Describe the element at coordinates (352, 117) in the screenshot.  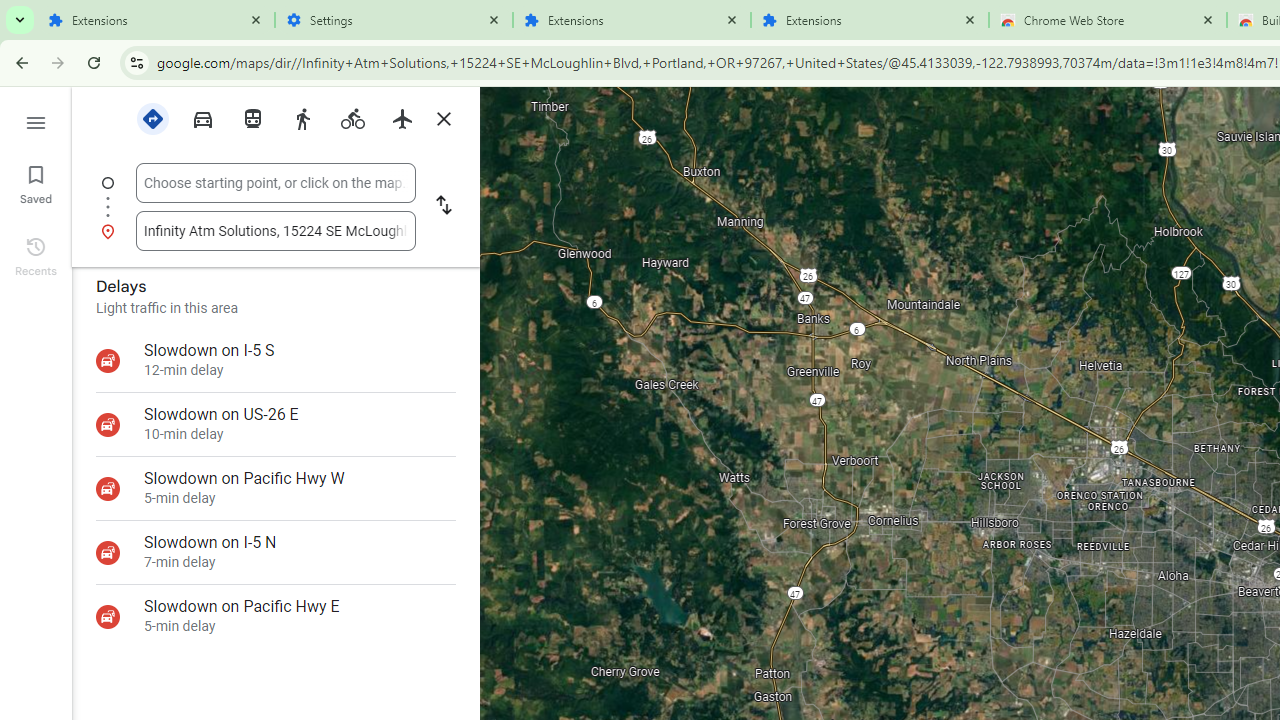
I see `'Cycling'` at that location.